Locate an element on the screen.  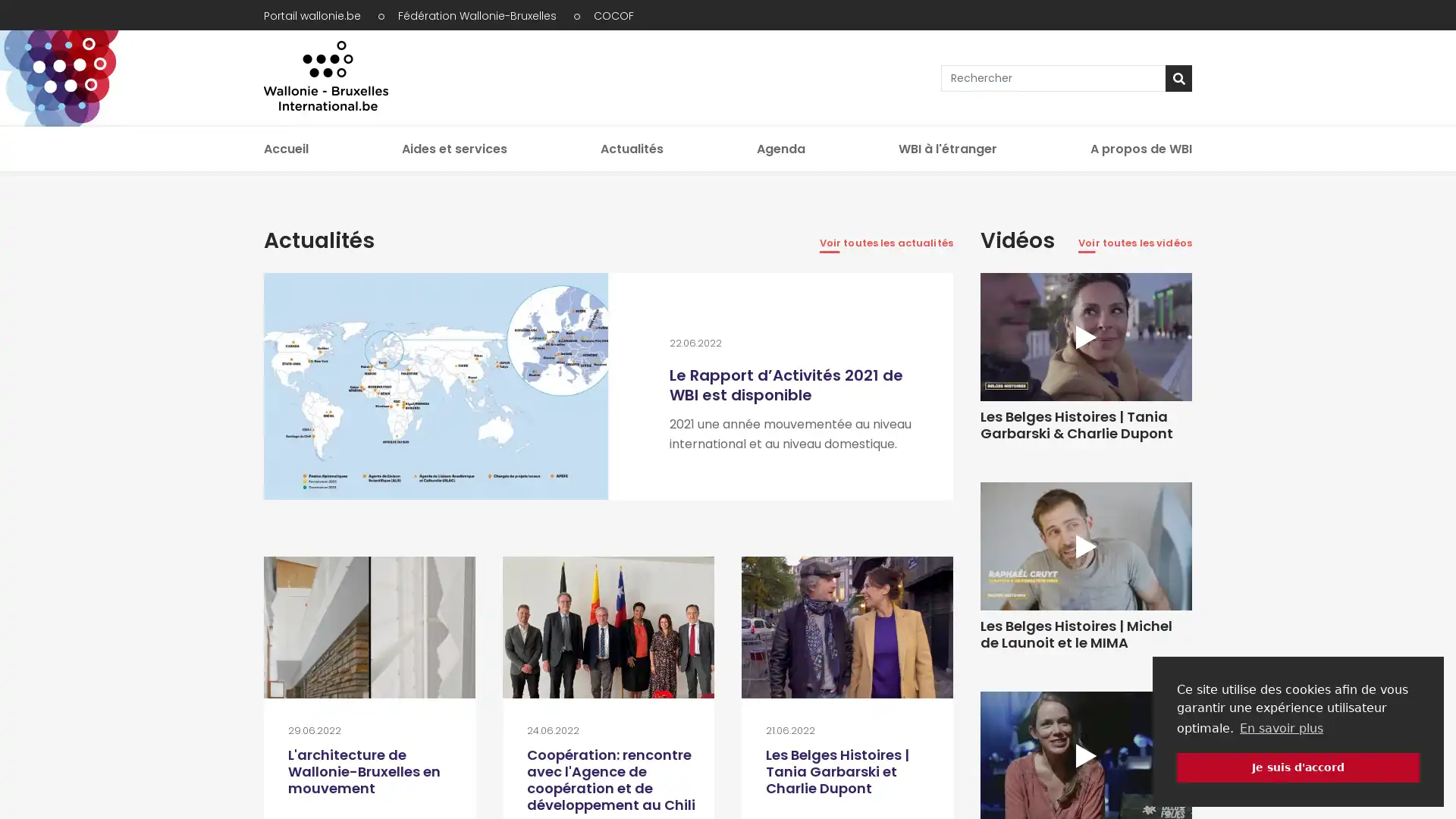
learn more about cookies is located at coordinates (1280, 727).